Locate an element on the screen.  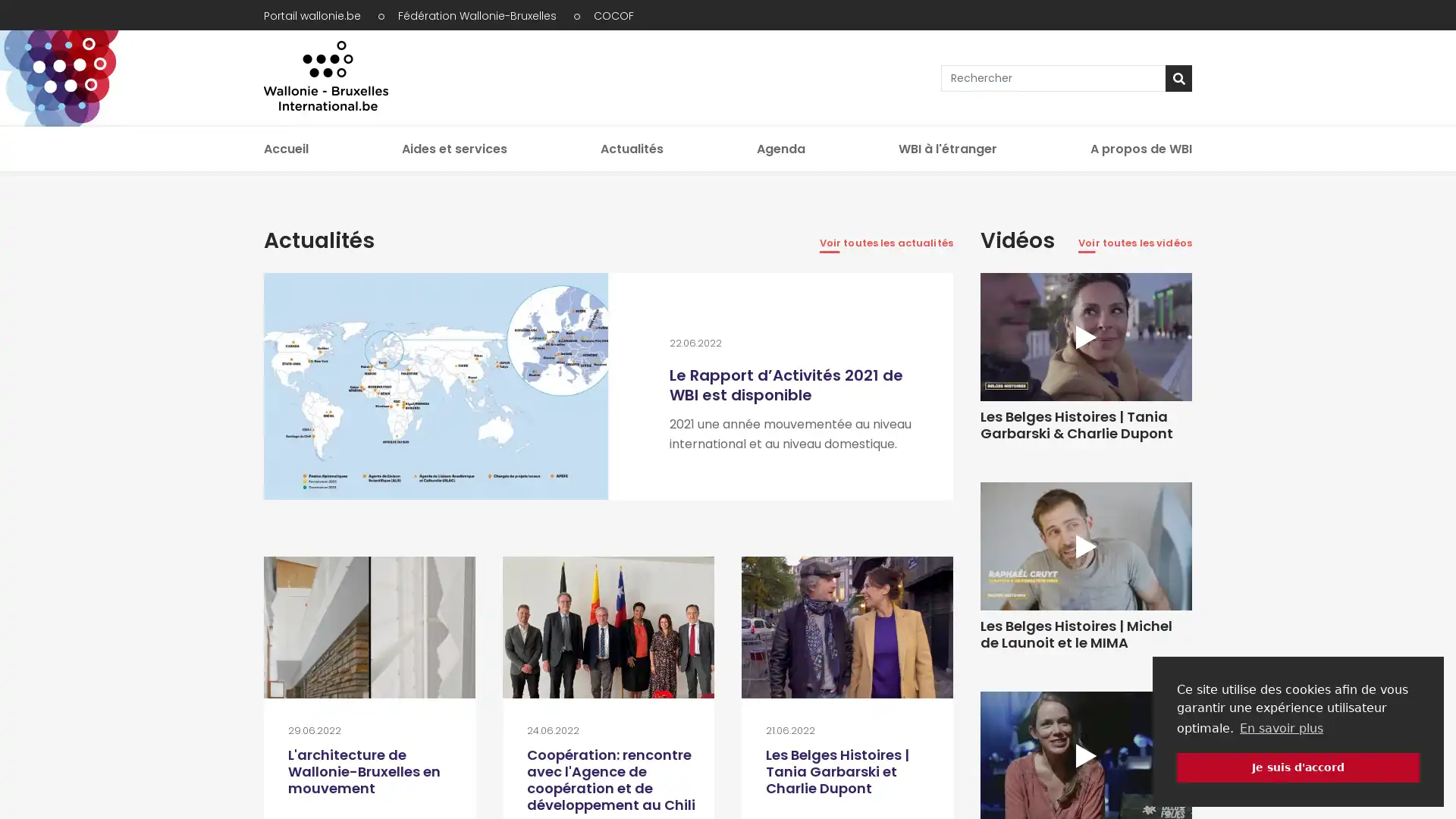
learn more about cookies is located at coordinates (1280, 727).